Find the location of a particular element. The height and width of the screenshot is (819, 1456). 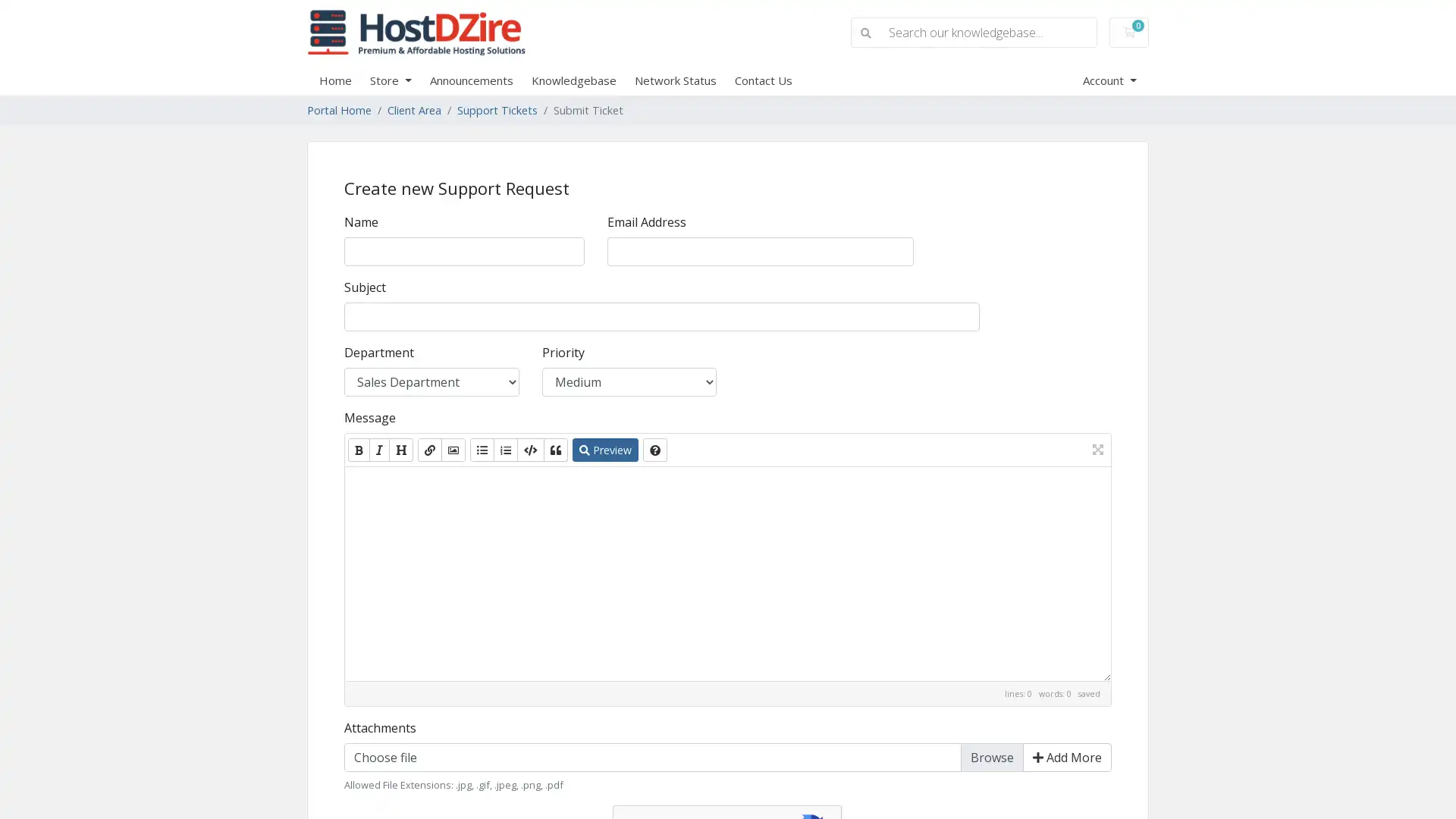

Choose File is located at coordinates (382, 755).